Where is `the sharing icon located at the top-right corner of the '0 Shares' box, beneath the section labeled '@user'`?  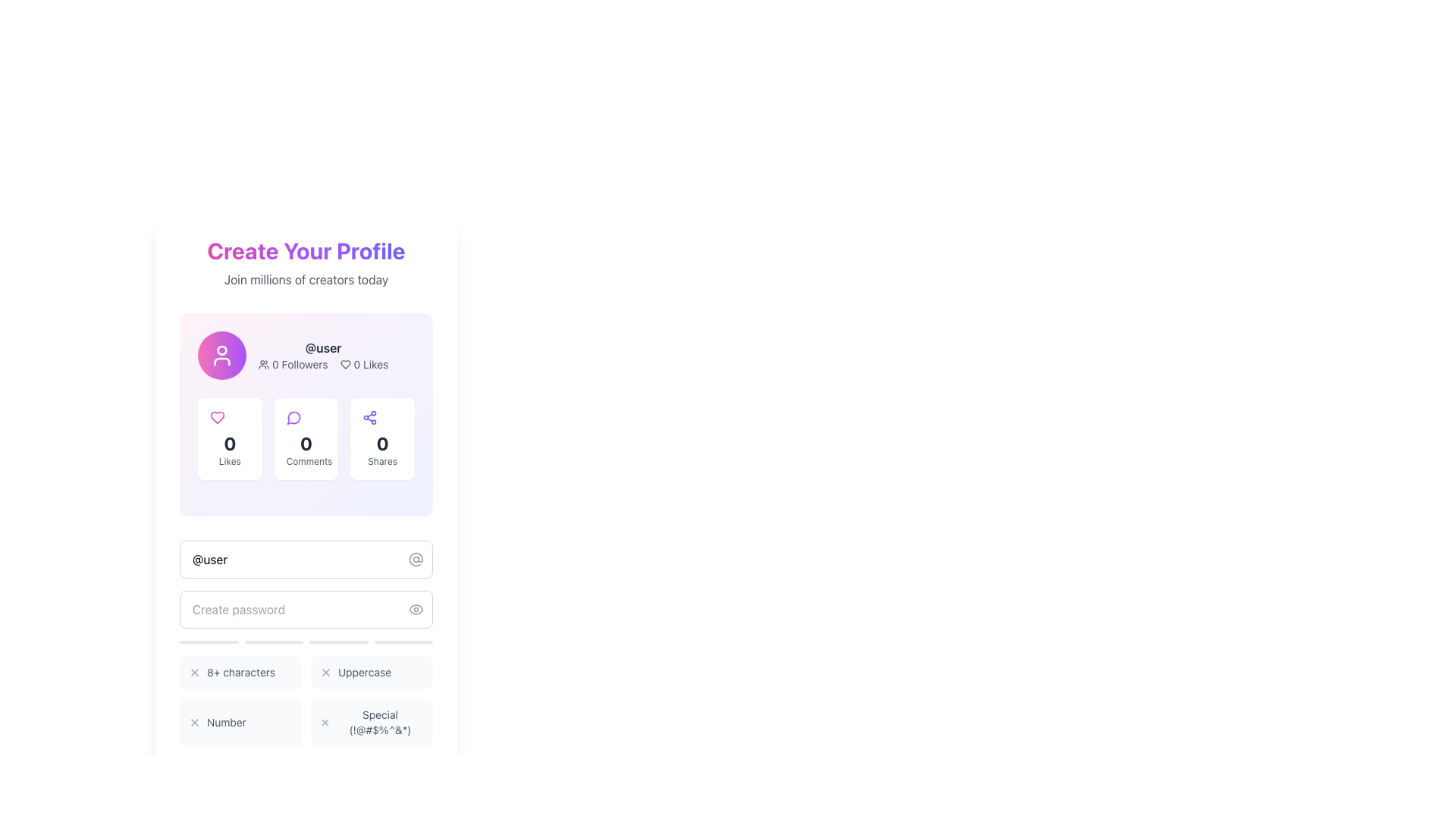
the sharing icon located at the top-right corner of the '0 Shares' box, beneath the section labeled '@user' is located at coordinates (370, 418).